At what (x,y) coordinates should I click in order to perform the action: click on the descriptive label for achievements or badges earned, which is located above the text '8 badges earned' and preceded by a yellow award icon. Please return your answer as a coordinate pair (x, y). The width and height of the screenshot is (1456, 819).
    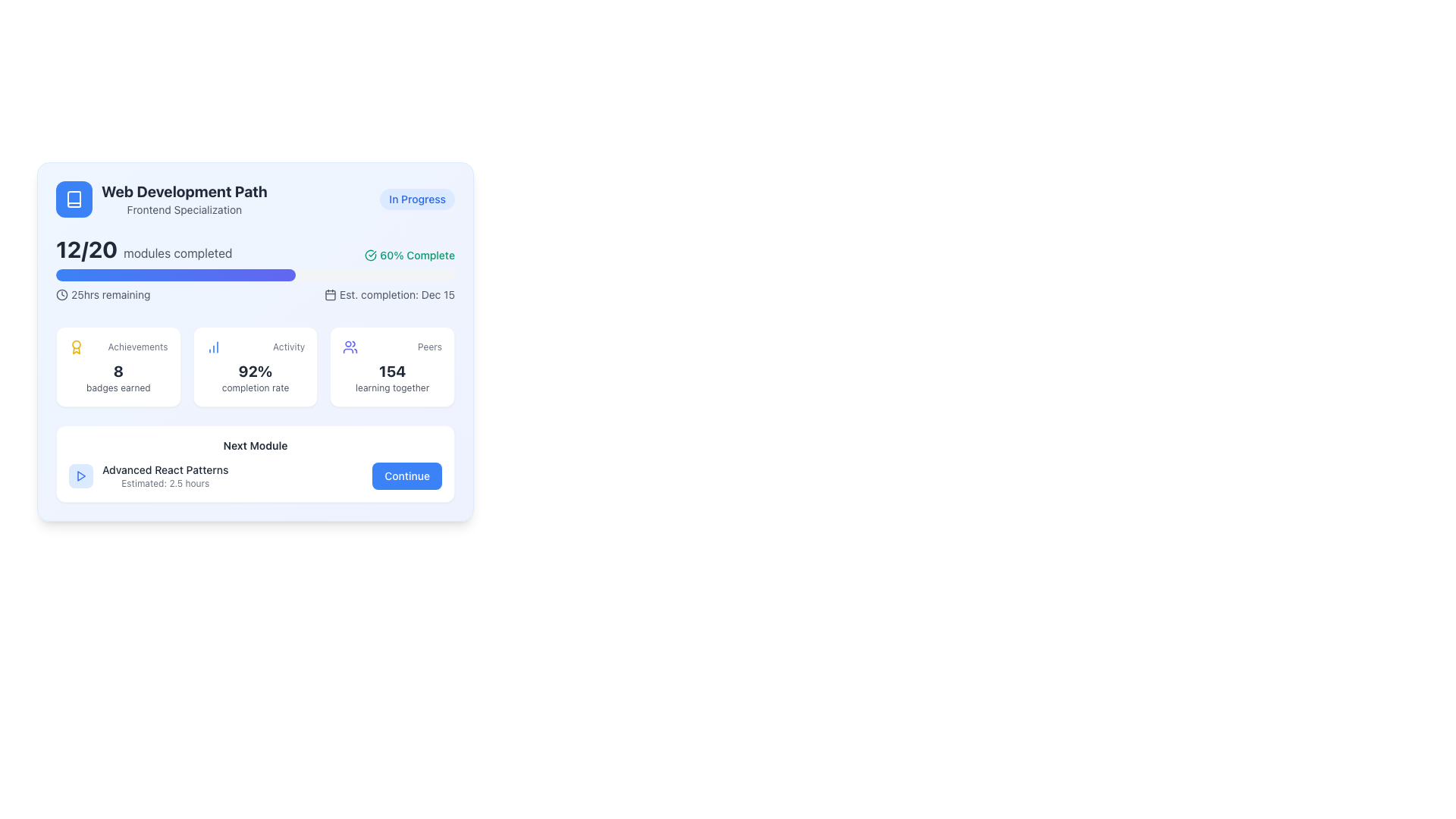
    Looking at the image, I should click on (138, 347).